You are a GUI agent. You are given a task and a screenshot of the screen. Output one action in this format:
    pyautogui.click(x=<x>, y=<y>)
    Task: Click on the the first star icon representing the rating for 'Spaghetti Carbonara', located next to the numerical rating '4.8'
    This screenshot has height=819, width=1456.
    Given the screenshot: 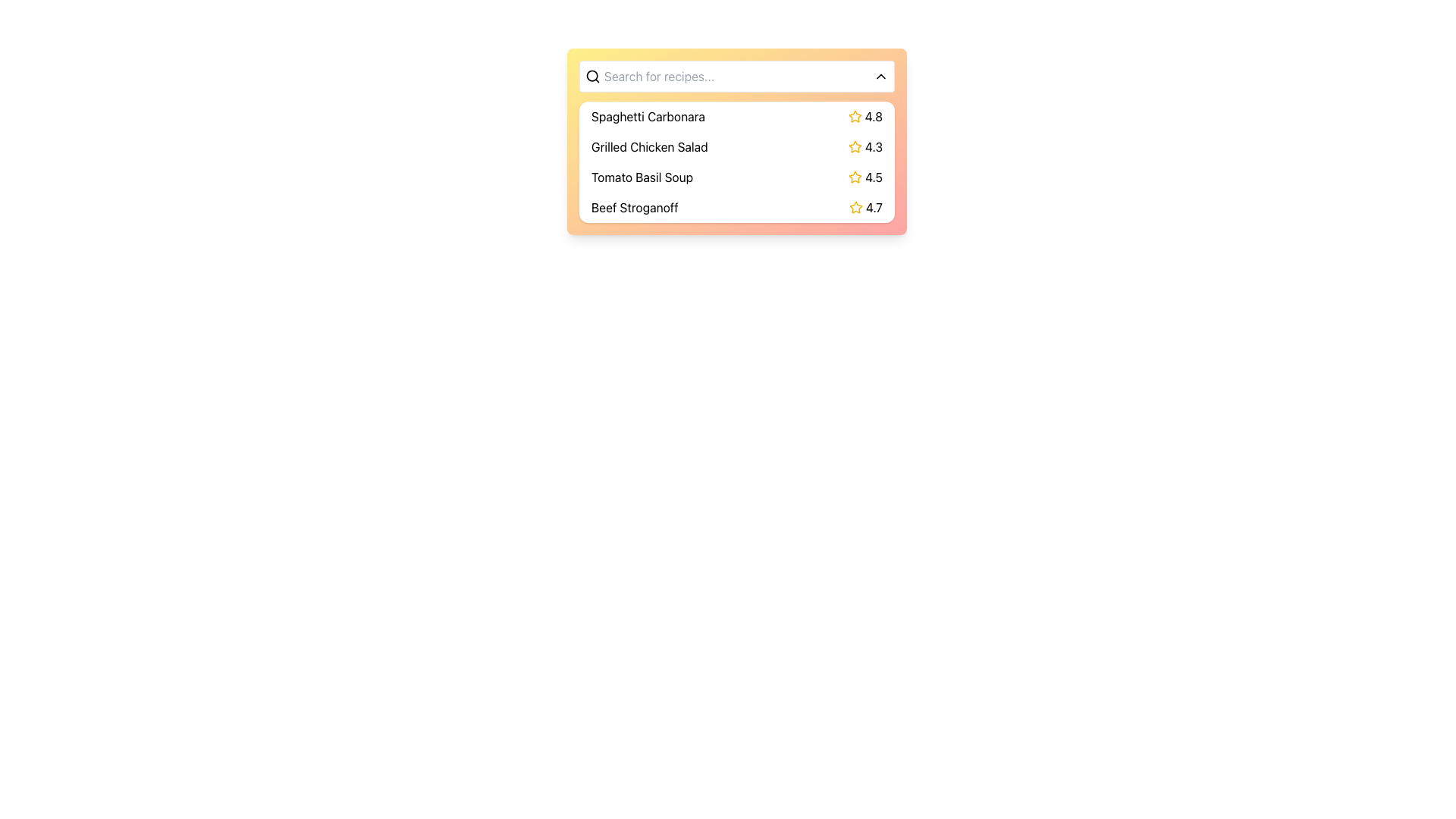 What is the action you would take?
    pyautogui.click(x=855, y=116)
    